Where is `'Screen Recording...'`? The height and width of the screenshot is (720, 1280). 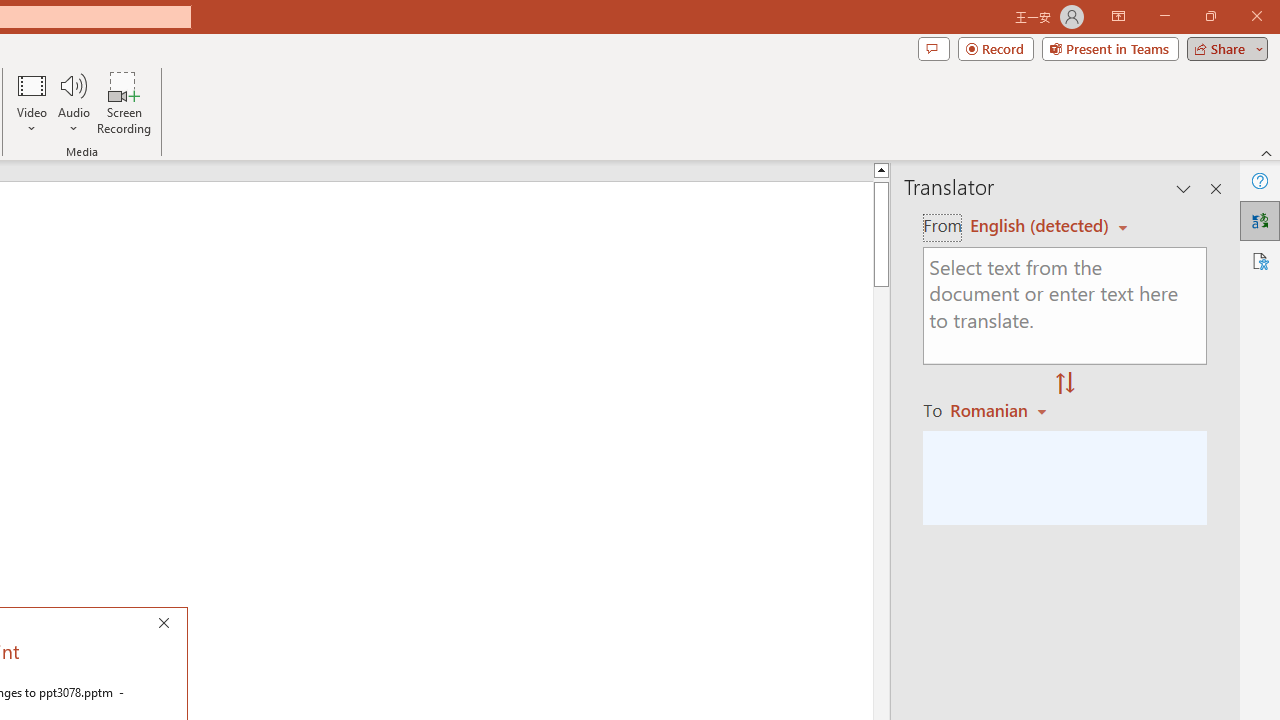
'Screen Recording...' is located at coordinates (123, 103).